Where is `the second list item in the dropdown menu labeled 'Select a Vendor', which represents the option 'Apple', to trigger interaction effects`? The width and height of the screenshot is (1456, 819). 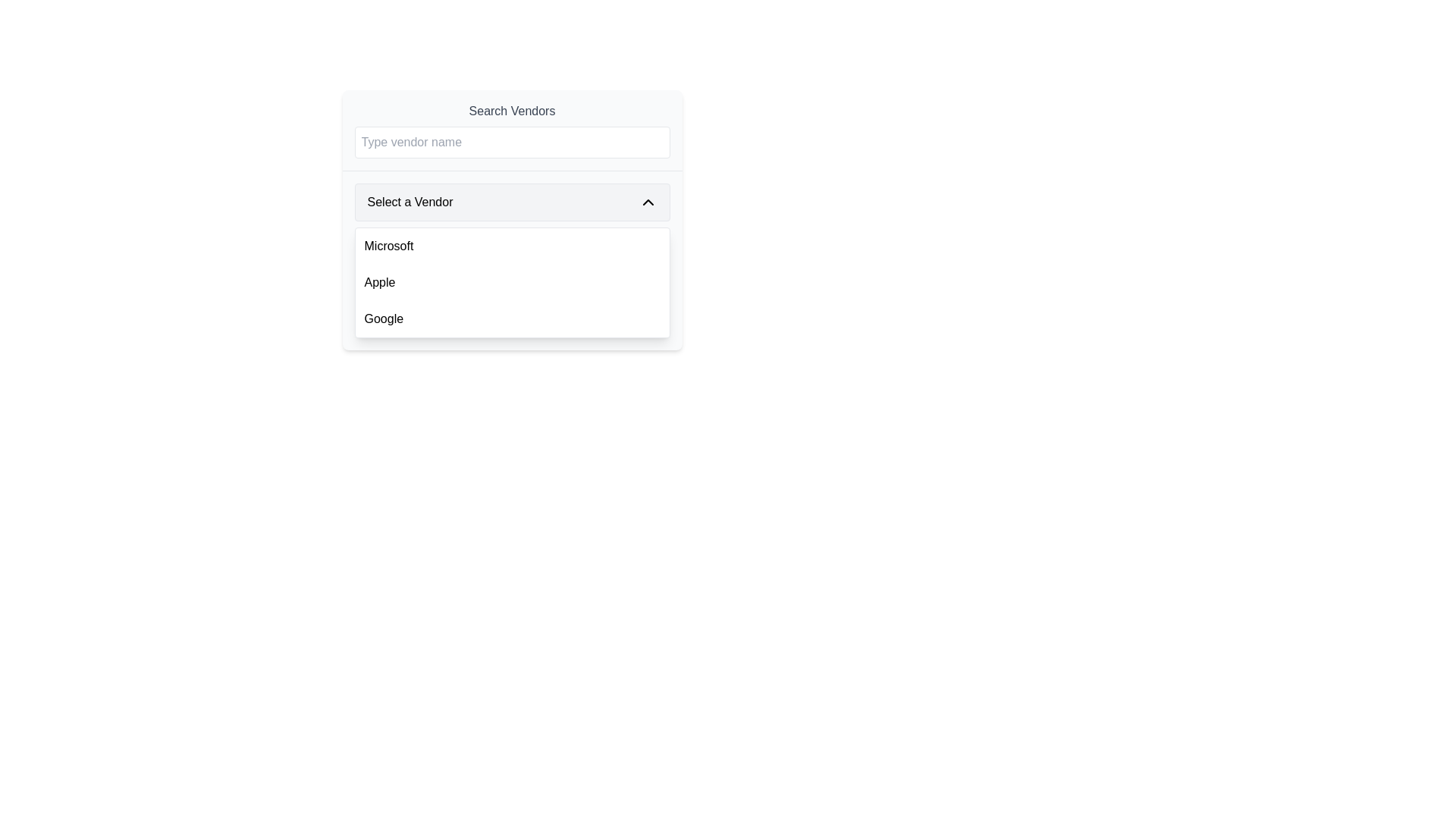 the second list item in the dropdown menu labeled 'Select a Vendor', which represents the option 'Apple', to trigger interaction effects is located at coordinates (512, 283).